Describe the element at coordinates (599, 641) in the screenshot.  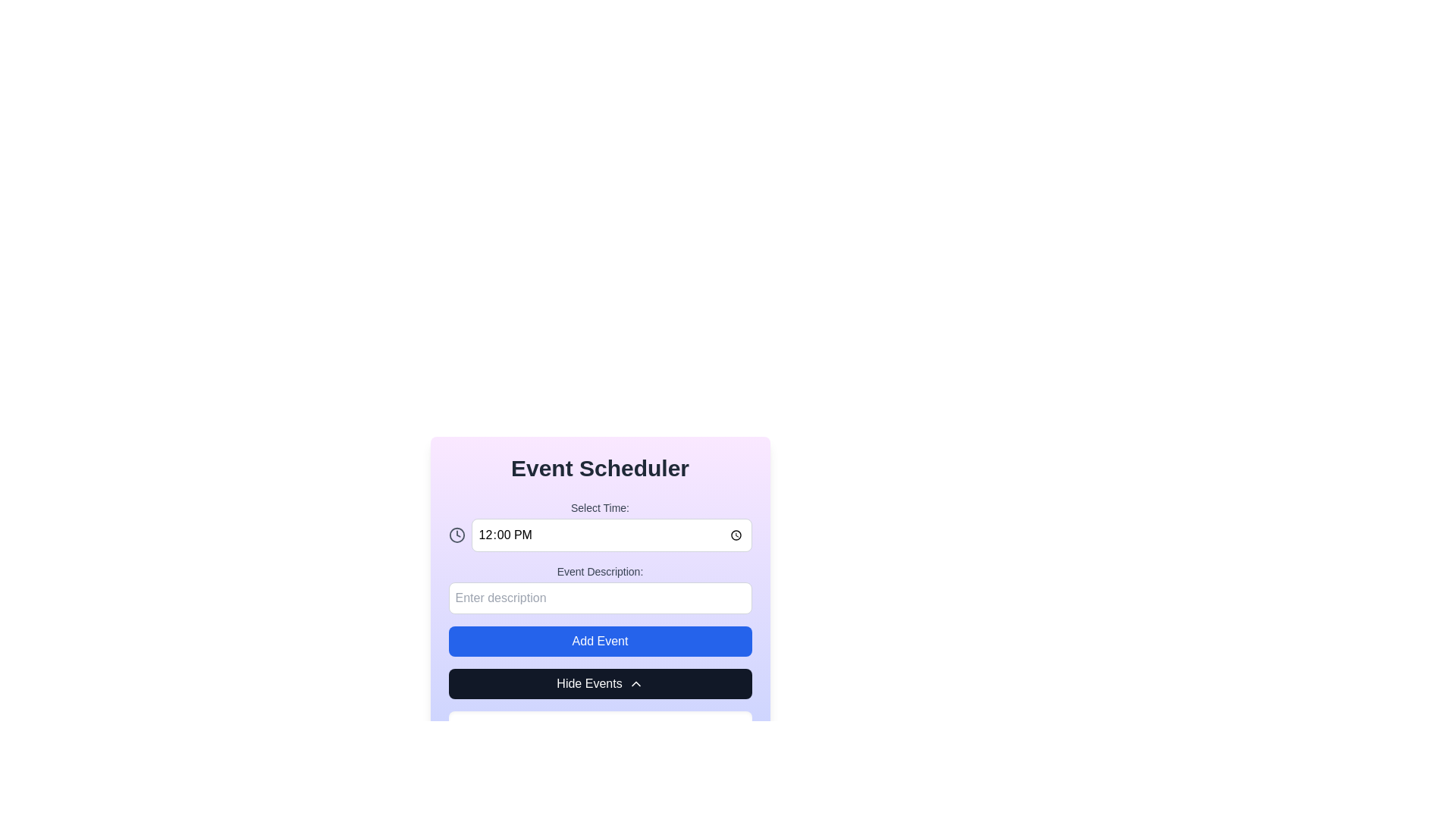
I see `the rectangular button with a blue background and white text that reads 'Add Event'` at that location.